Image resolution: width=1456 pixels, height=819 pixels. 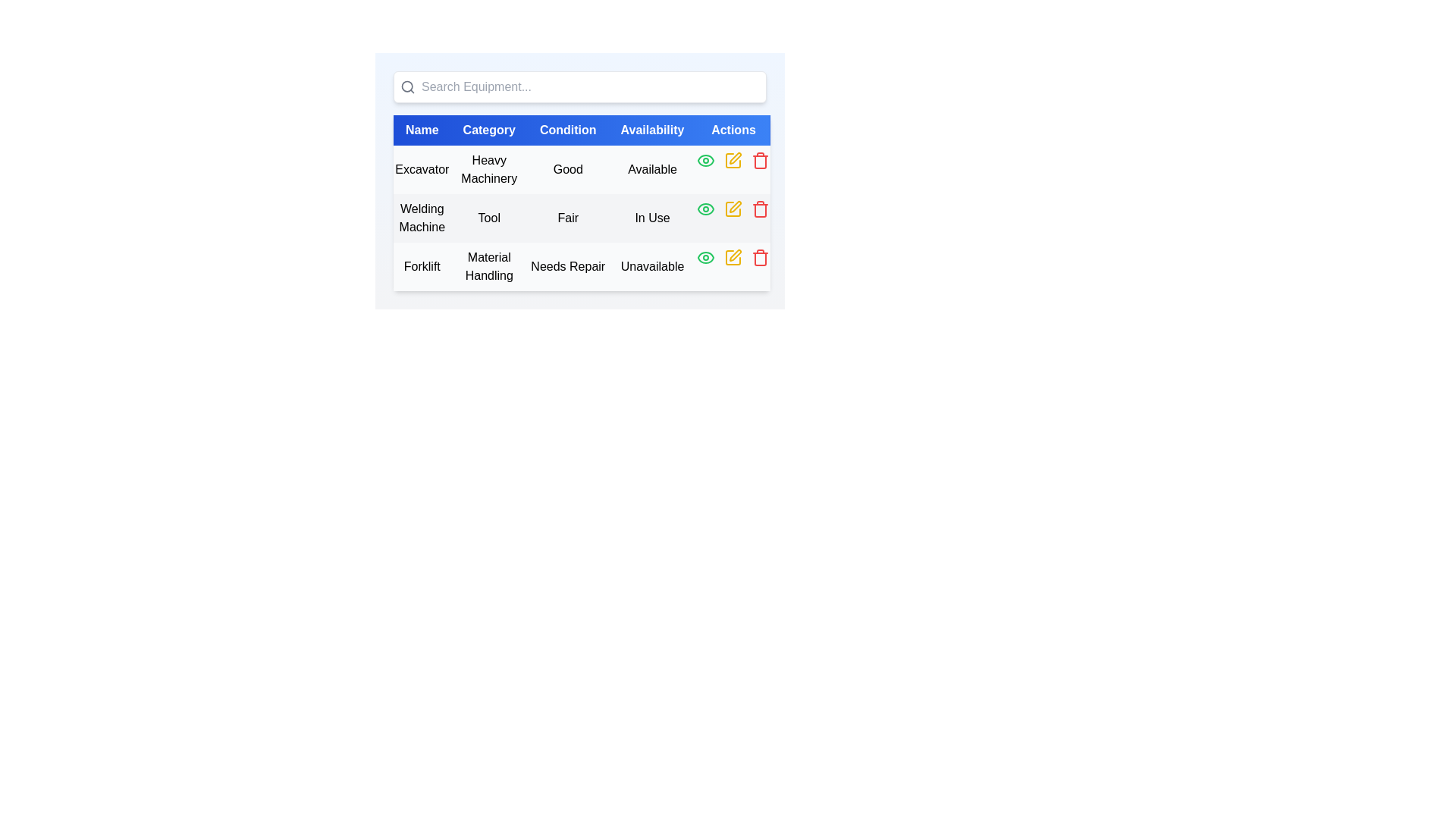 I want to click on the edit action icon located in the top-right section of the table's 'Actions' column, so click(x=736, y=158).